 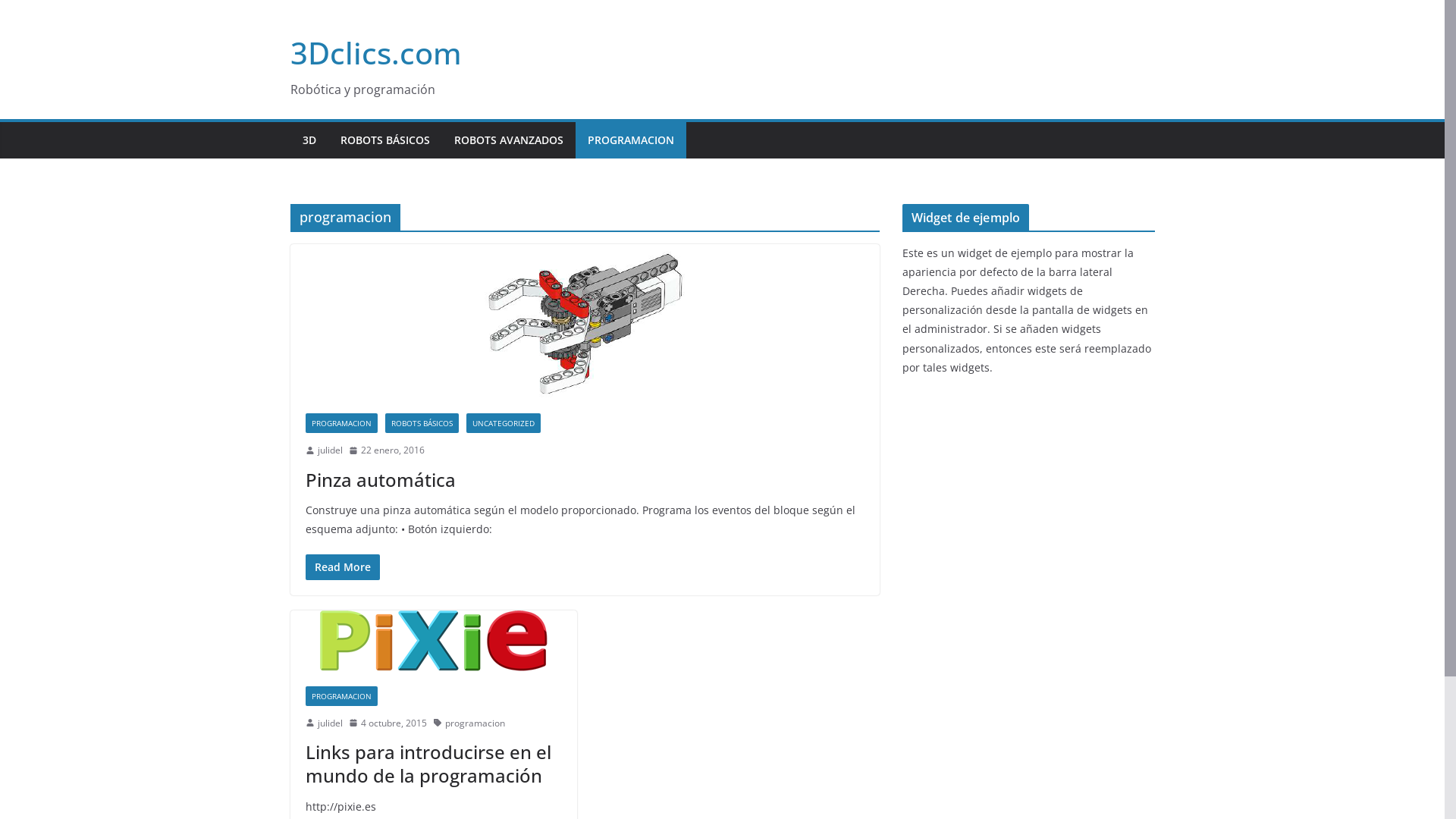 What do you see at coordinates (508, 140) in the screenshot?
I see `'ROBOTS AVANZADOS'` at bounding box center [508, 140].